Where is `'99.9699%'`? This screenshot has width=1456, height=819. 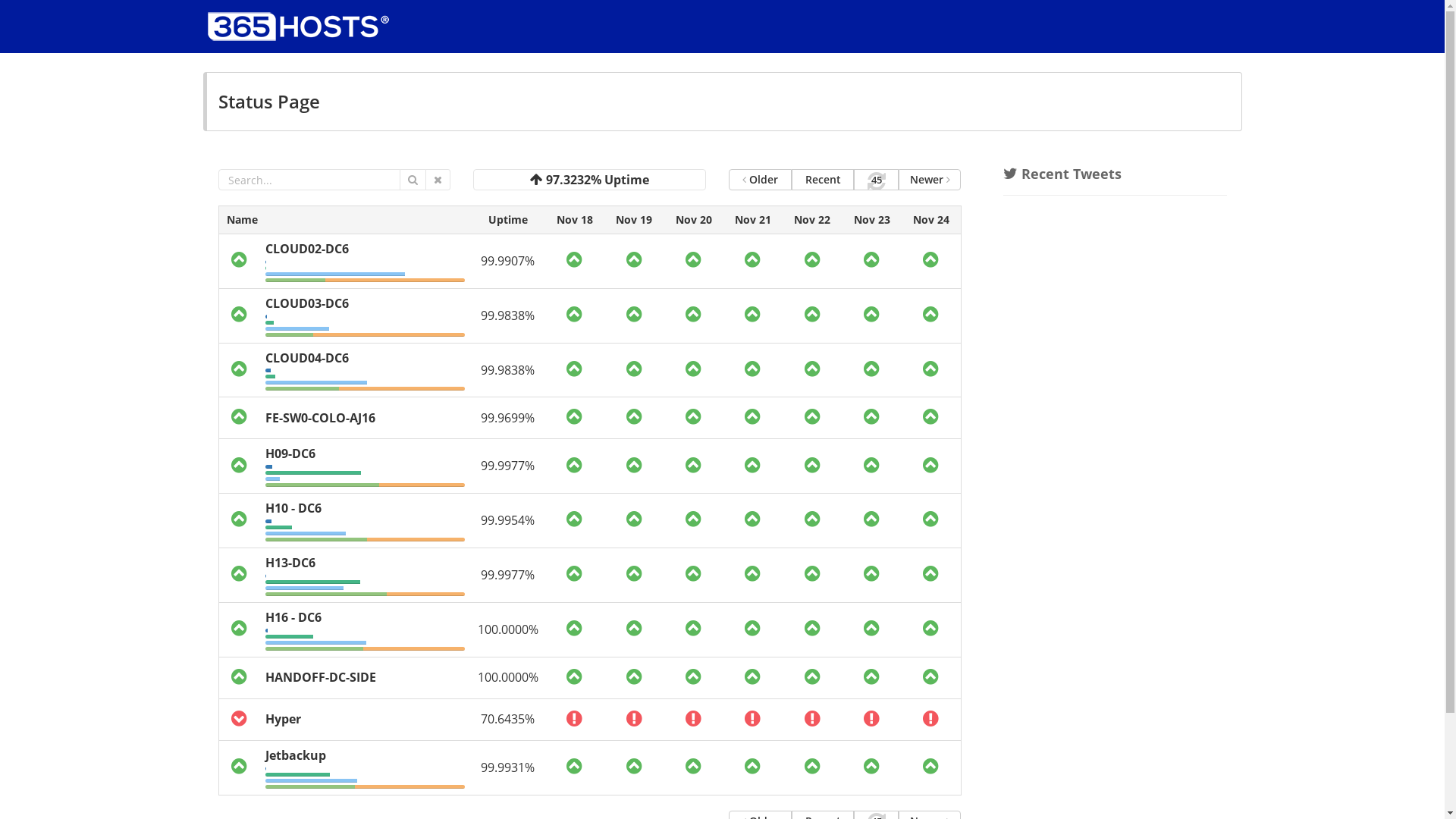
'99.9699%' is located at coordinates (507, 418).